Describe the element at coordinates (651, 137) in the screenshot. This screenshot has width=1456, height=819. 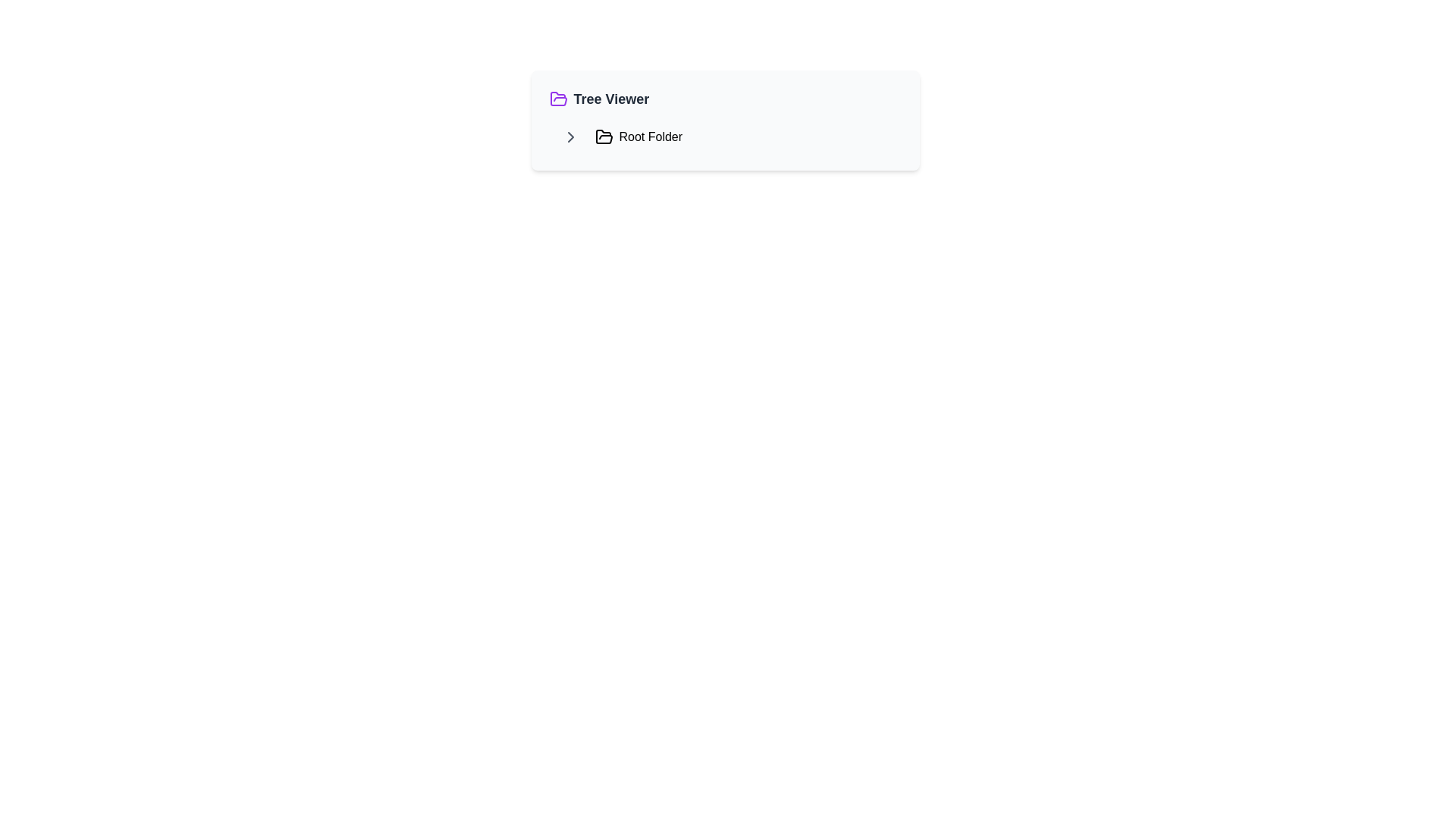
I see `text of the label displaying 'Root Folder', which is aligned to the right of a folder icon and located under the 'Tree Viewer' header` at that location.